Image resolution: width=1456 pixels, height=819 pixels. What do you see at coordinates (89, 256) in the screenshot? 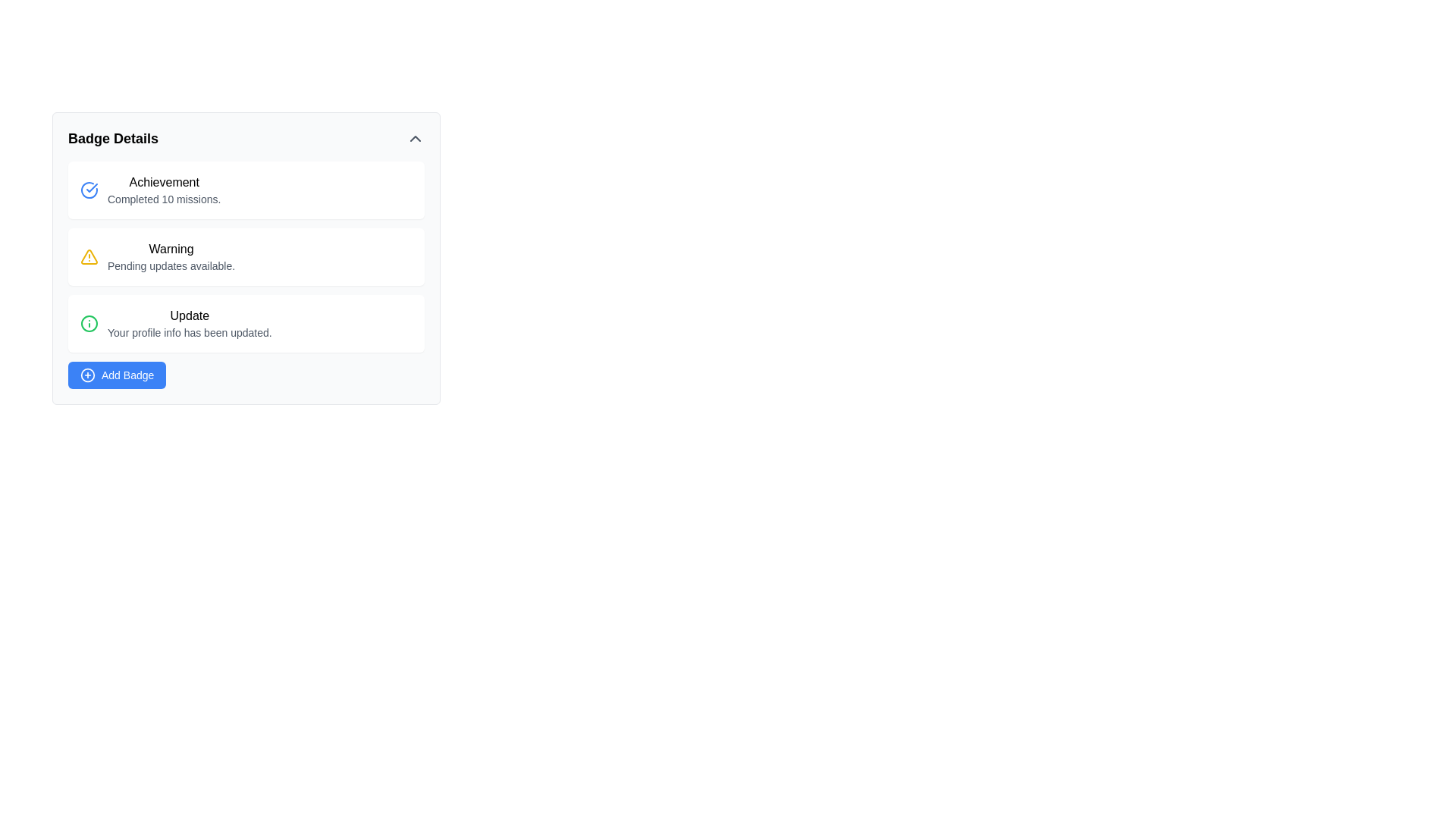
I see `the warning icon located in the first visible position of the warning card that contains the text 'Warning' and 'Pending updates available.'` at bounding box center [89, 256].